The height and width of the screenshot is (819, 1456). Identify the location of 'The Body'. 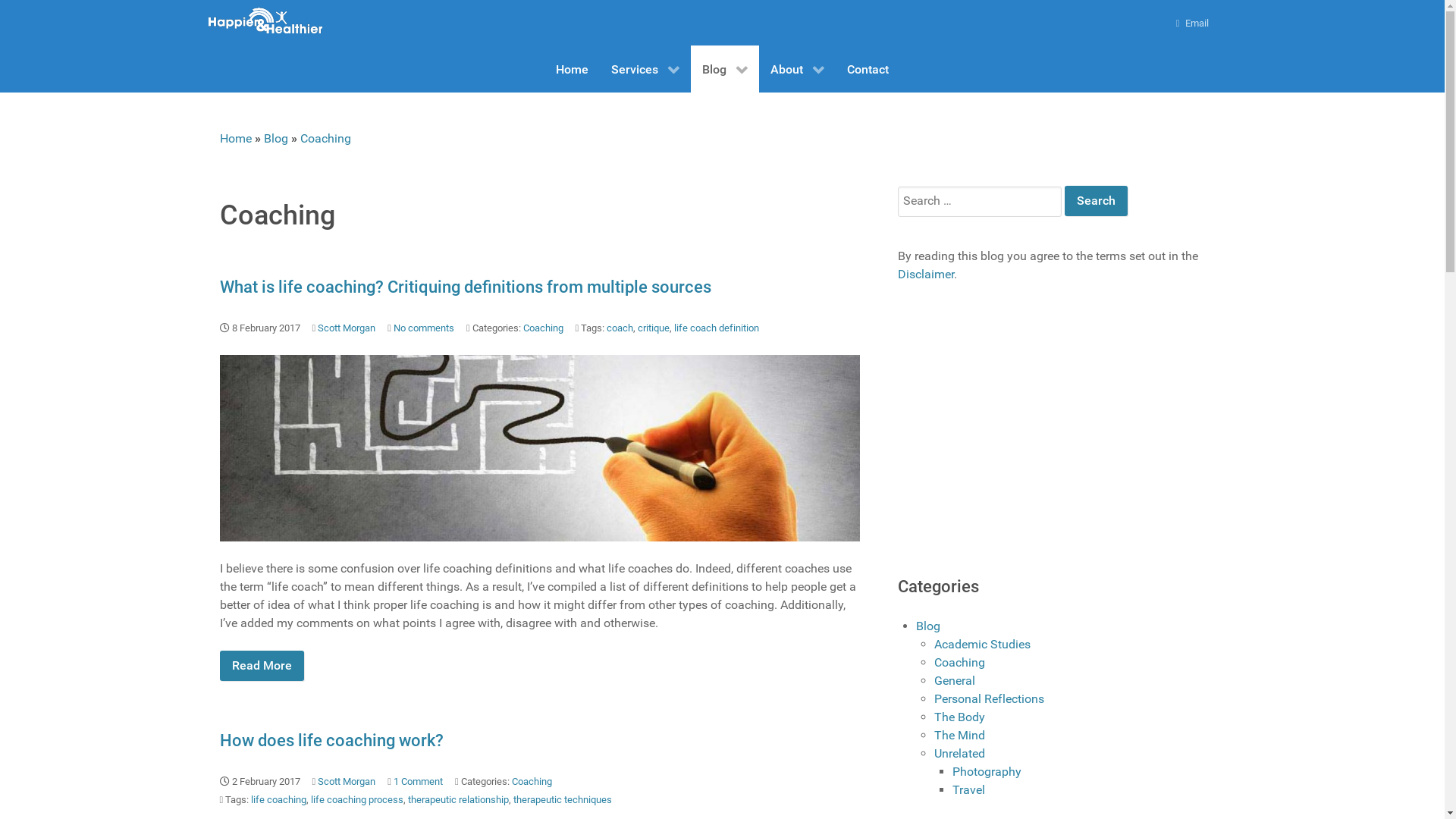
(959, 717).